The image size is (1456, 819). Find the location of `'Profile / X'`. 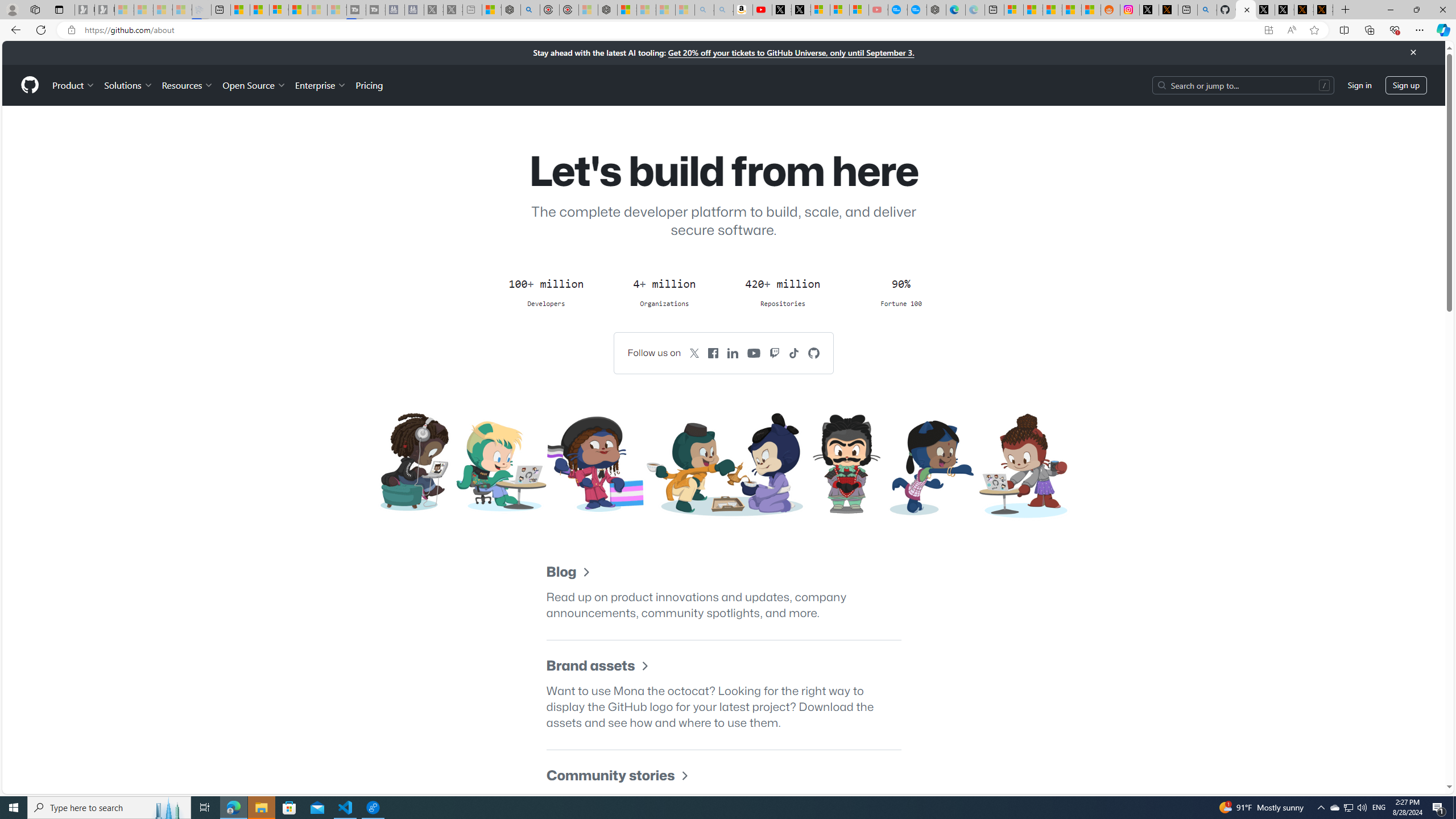

'Profile / X' is located at coordinates (1264, 9).